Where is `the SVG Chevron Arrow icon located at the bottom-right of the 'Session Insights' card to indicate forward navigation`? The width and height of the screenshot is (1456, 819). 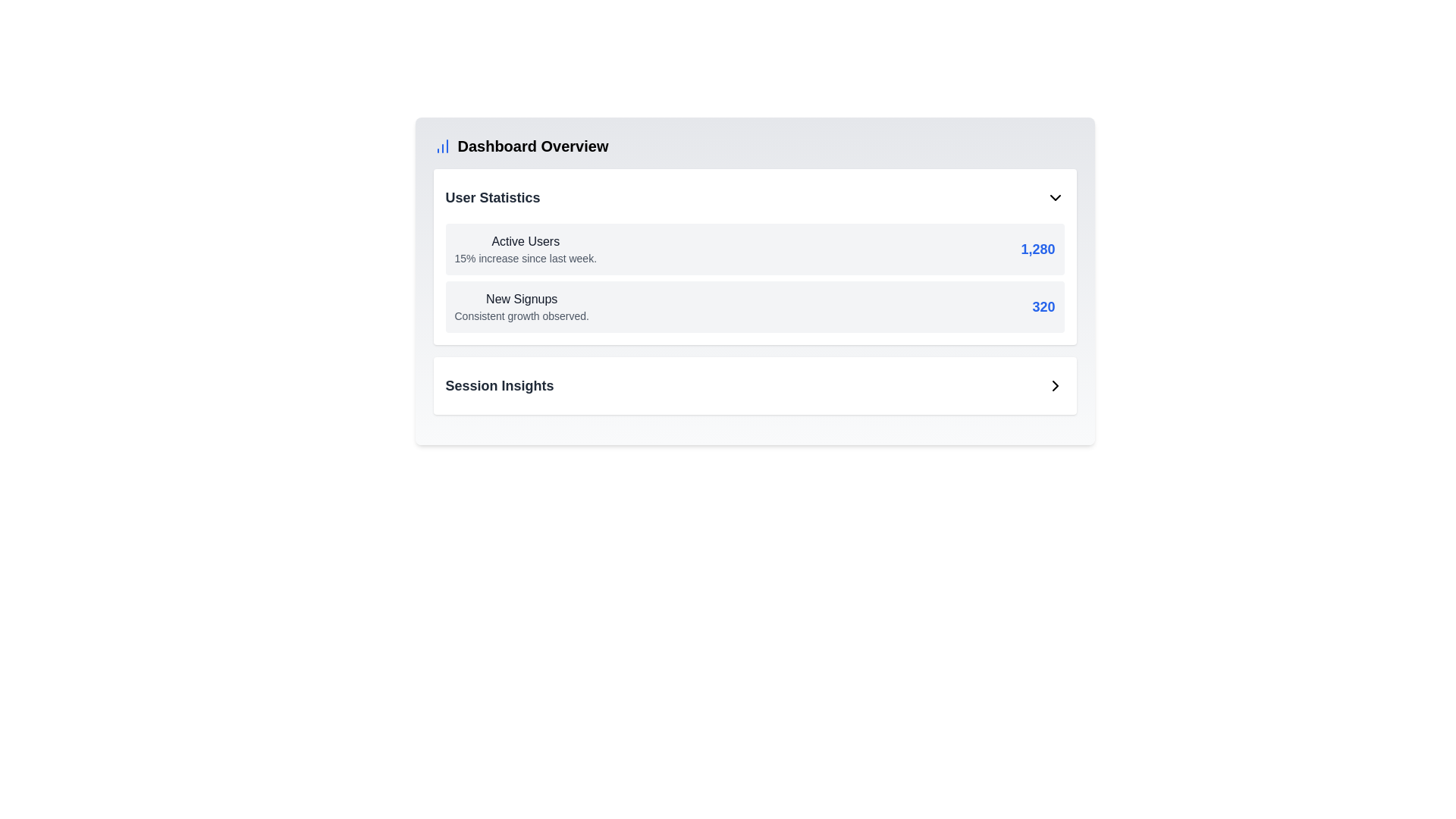 the SVG Chevron Arrow icon located at the bottom-right of the 'Session Insights' card to indicate forward navigation is located at coordinates (1054, 385).